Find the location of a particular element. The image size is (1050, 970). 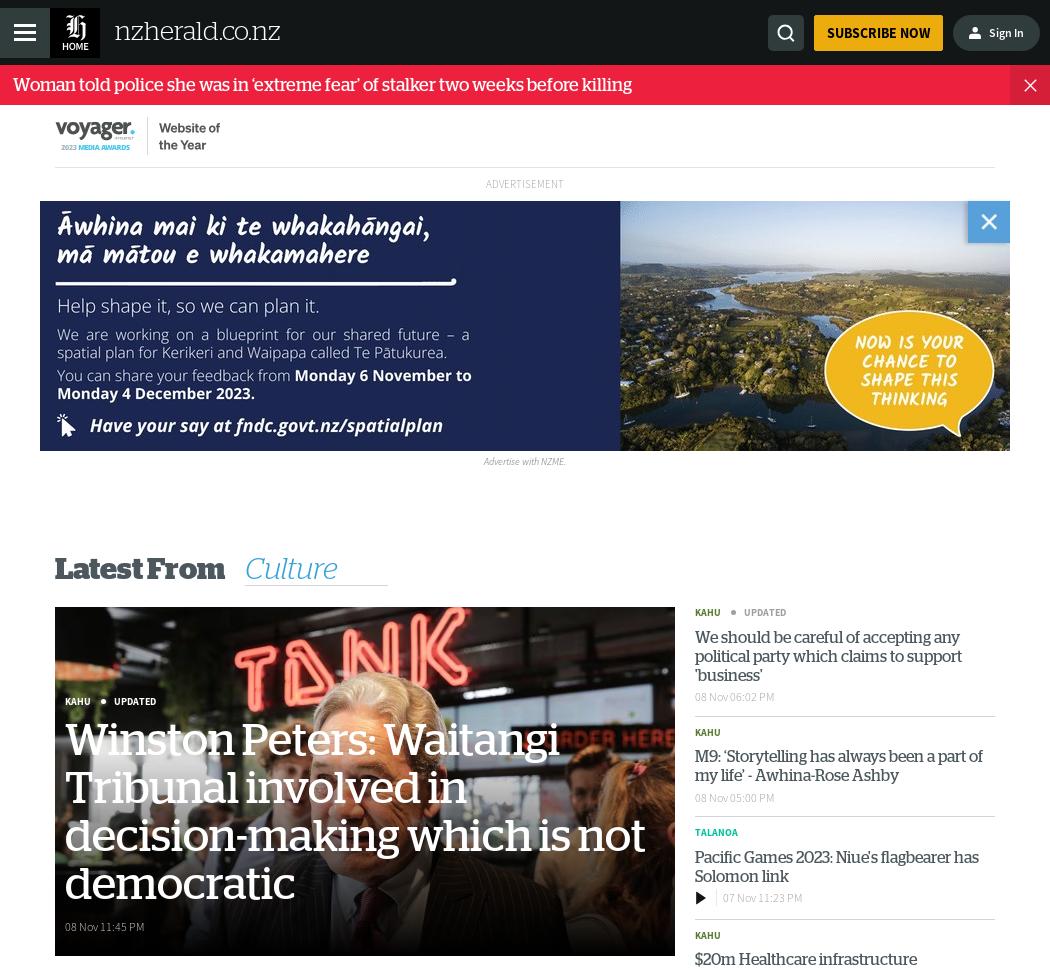

'Latest From' is located at coordinates (138, 568).